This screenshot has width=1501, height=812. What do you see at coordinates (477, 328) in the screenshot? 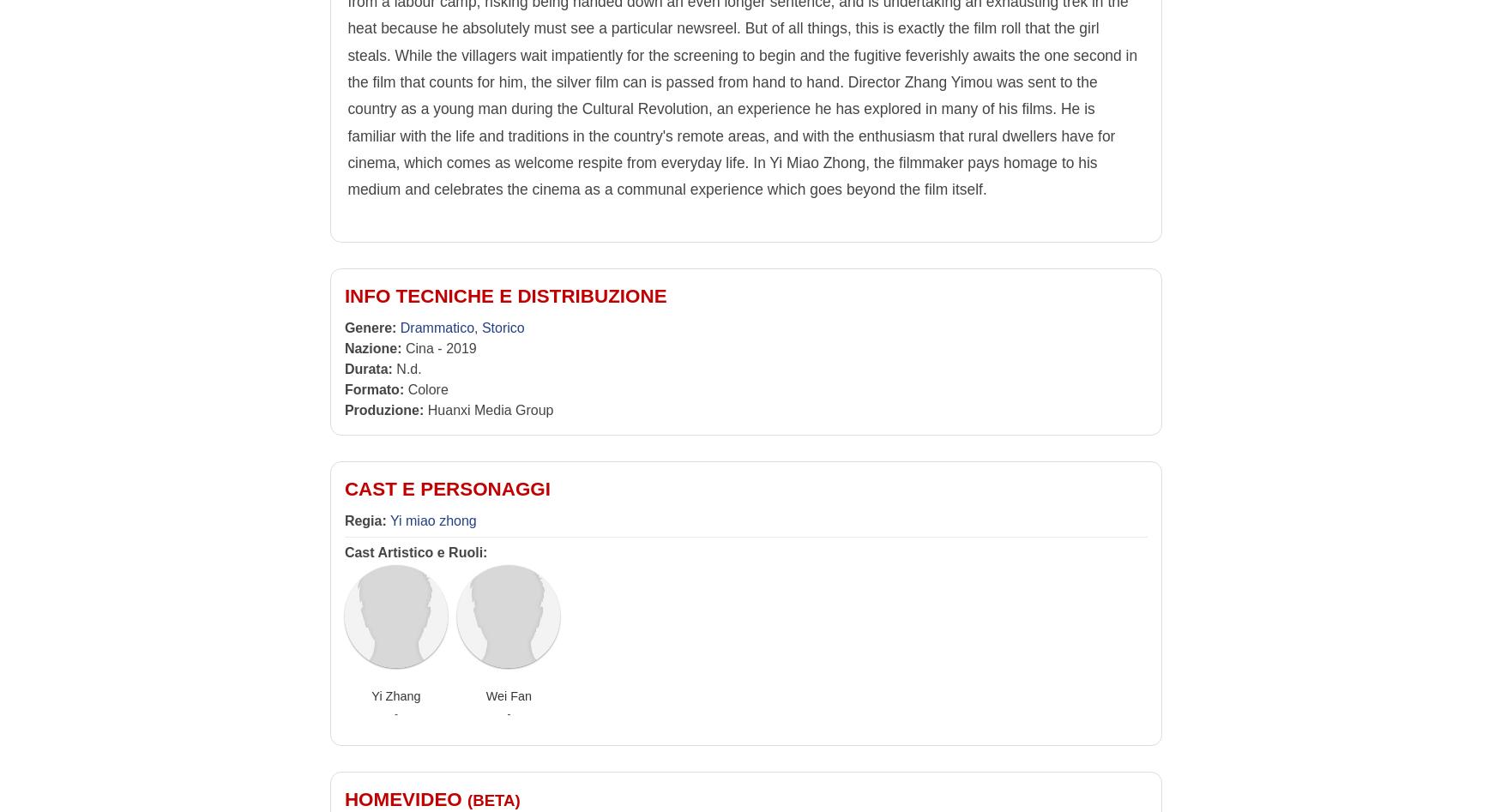
I see `','` at bounding box center [477, 328].